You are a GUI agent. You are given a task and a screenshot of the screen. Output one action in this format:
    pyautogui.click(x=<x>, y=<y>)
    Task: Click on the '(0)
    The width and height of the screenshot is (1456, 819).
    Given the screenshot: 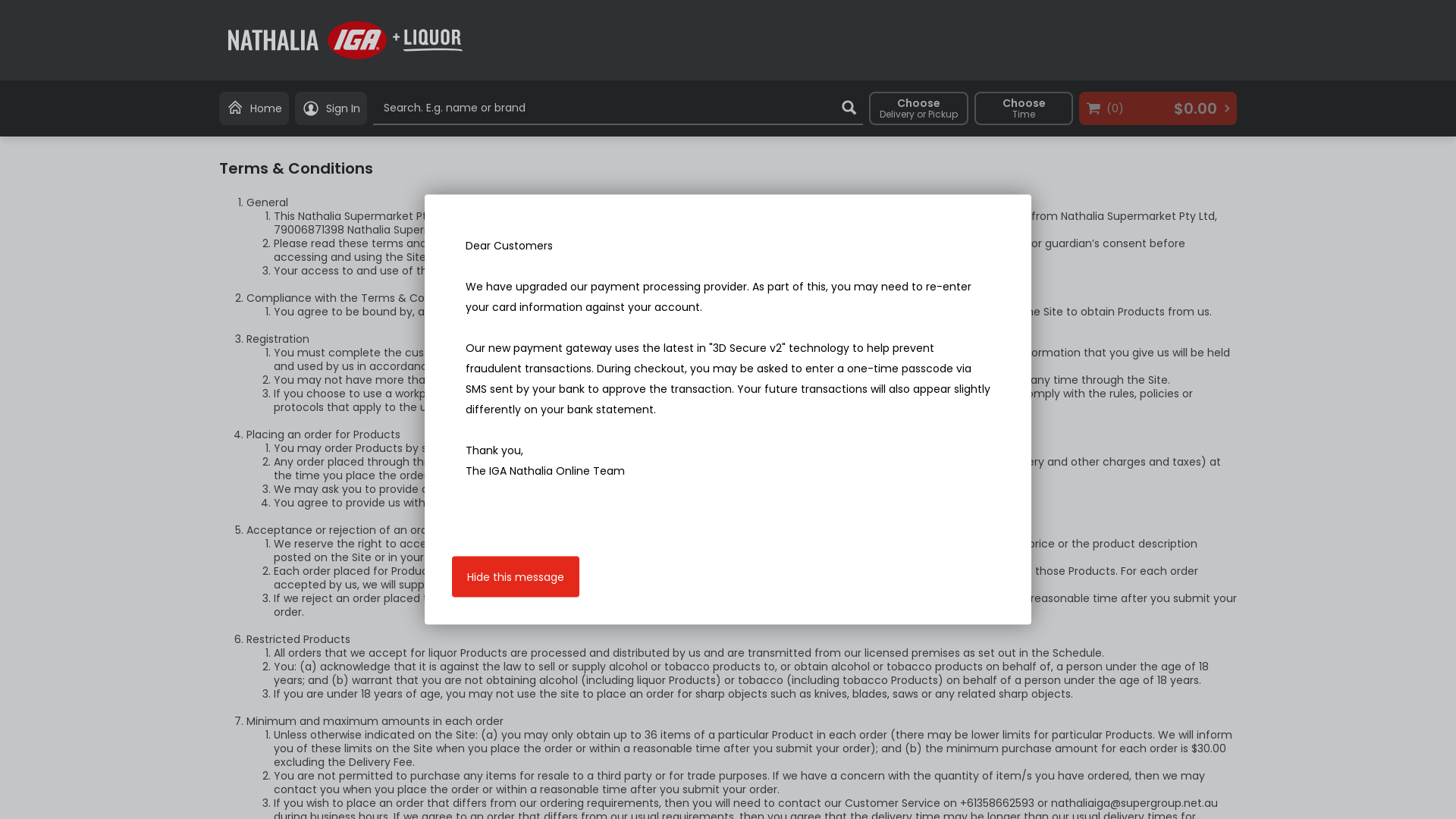 What is the action you would take?
    pyautogui.click(x=1078, y=107)
    